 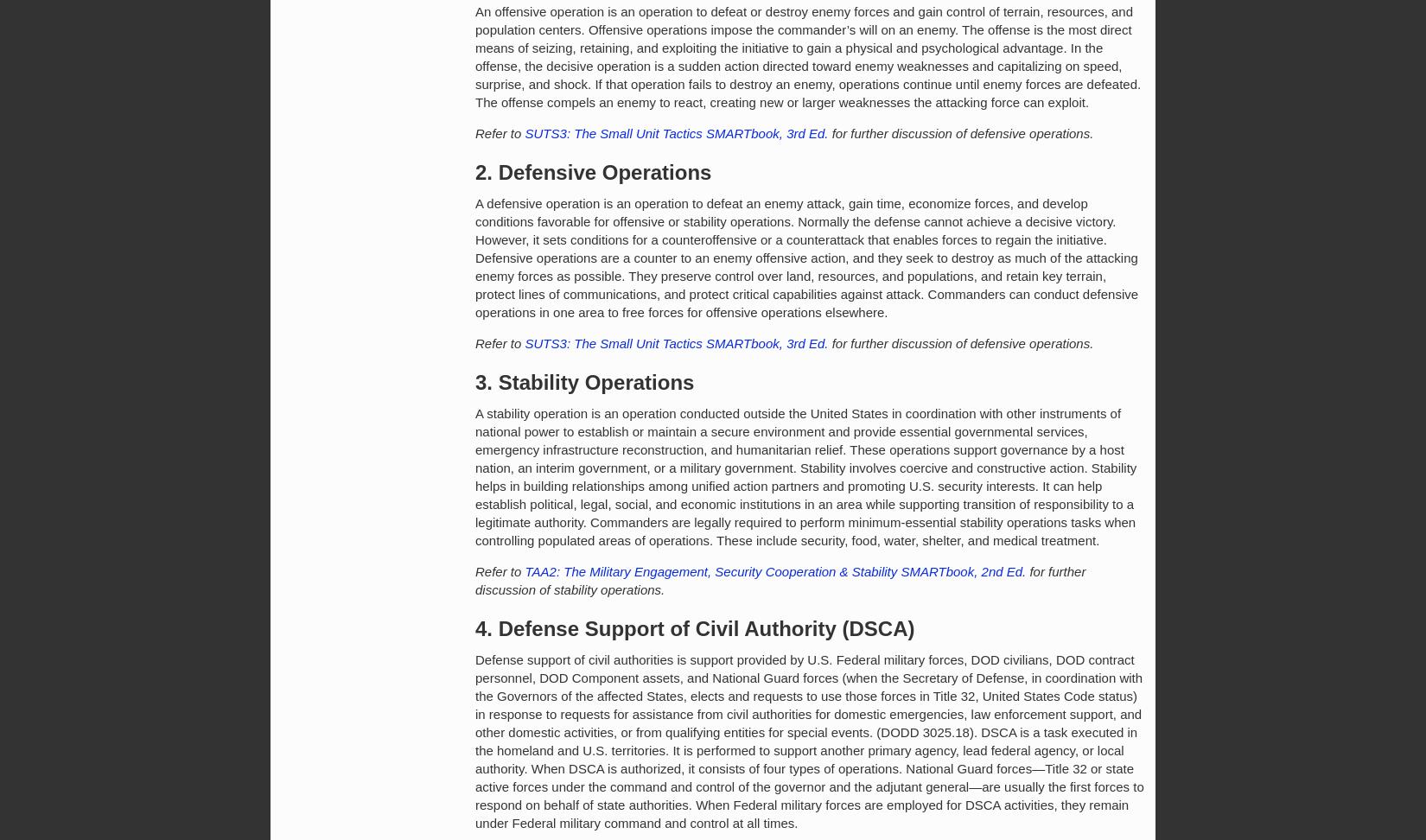 I want to click on '4. Defense Support of Civil Authority (DSCA)', so click(x=474, y=627).